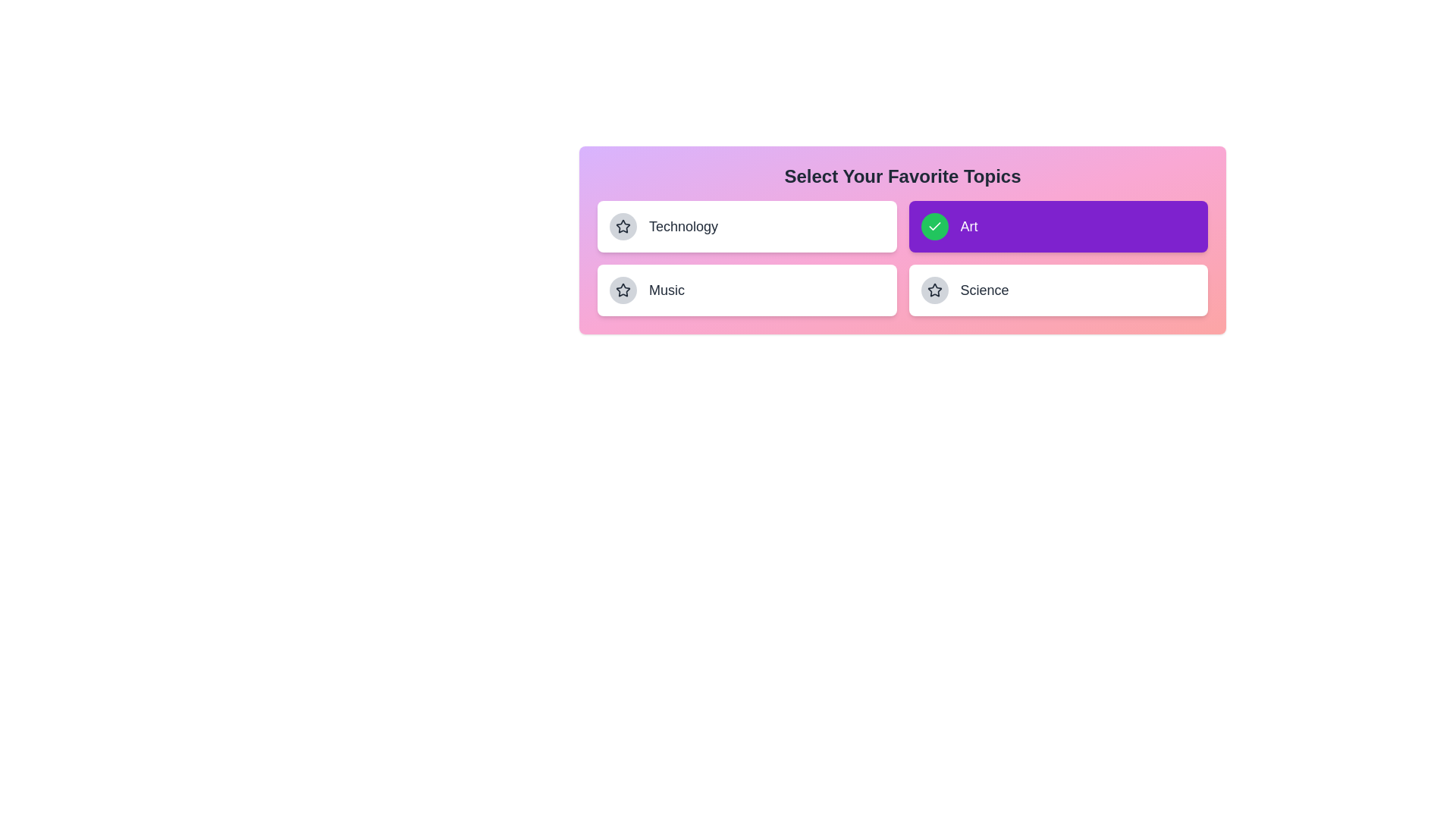 The width and height of the screenshot is (1456, 819). Describe the element at coordinates (747, 290) in the screenshot. I see `the topic Music` at that location.